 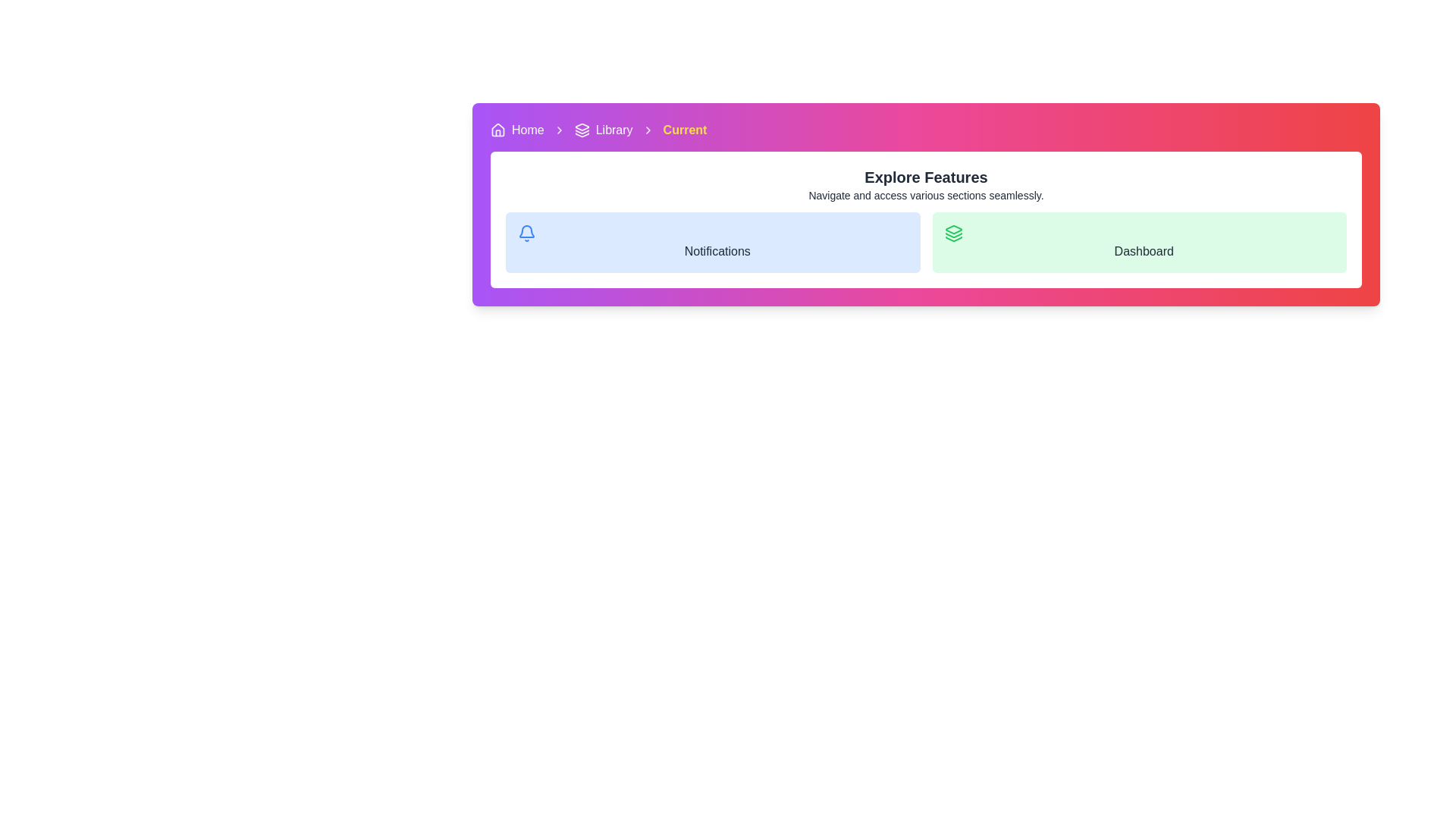 I want to click on the rightward-pointing chevron icon located in the breadcrumb navigation bar, positioned between 'Home' and 'Library', so click(x=558, y=130).